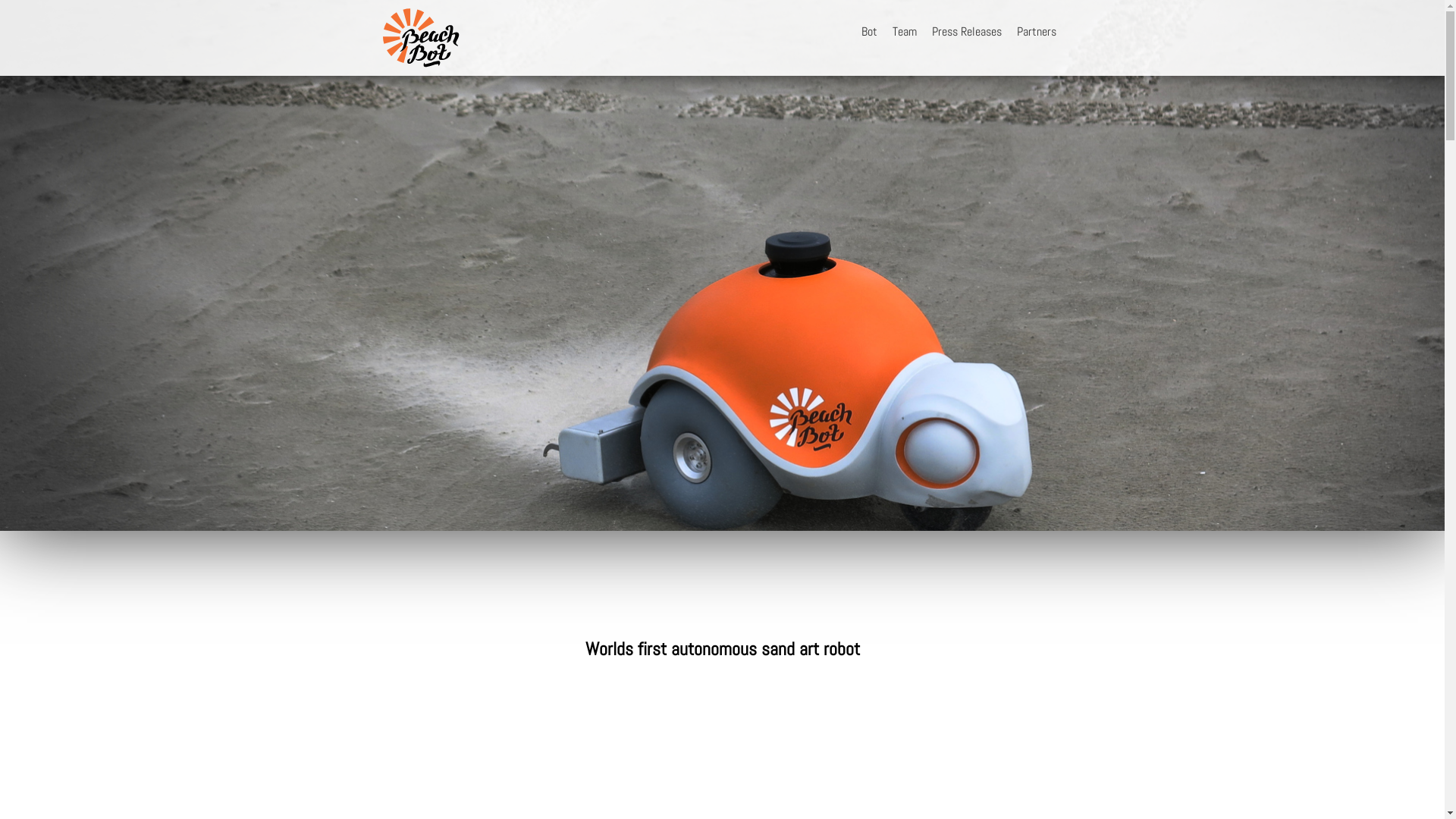 This screenshot has height=819, width=1456. I want to click on 'Bot', so click(854, 31).